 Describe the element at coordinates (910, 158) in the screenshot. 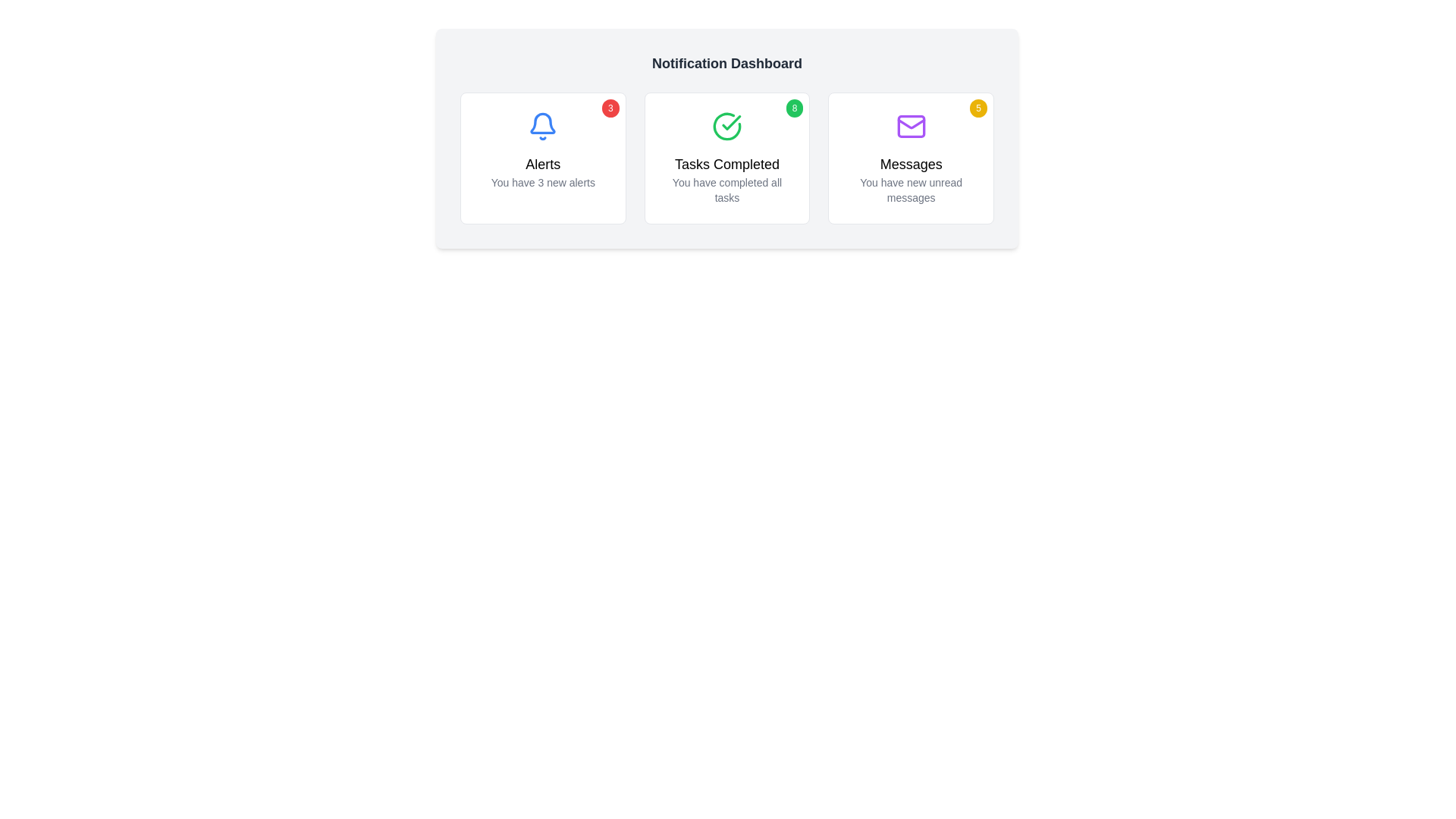

I see `the compact rectangular 'Messages' card with a white background, rounded corners, and a yellow circle indicating 5 unread messages, located in the top-right area of the grid` at that location.